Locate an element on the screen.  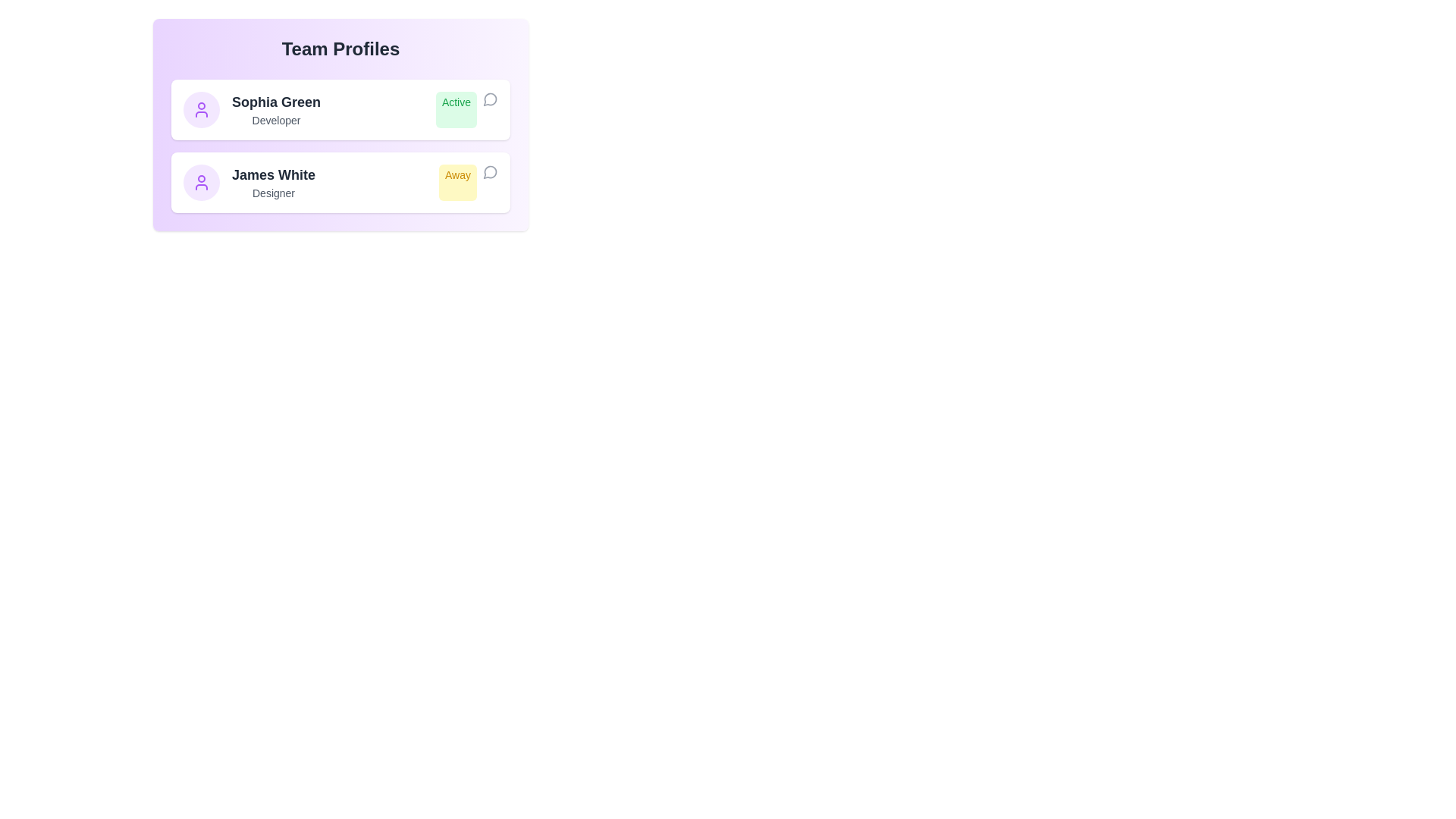
to select the Profile display card for 'Sophia Green', which includes a circular icon on the left and the name 'Sophia Green' in bold above the title 'Developer' is located at coordinates (252, 109).